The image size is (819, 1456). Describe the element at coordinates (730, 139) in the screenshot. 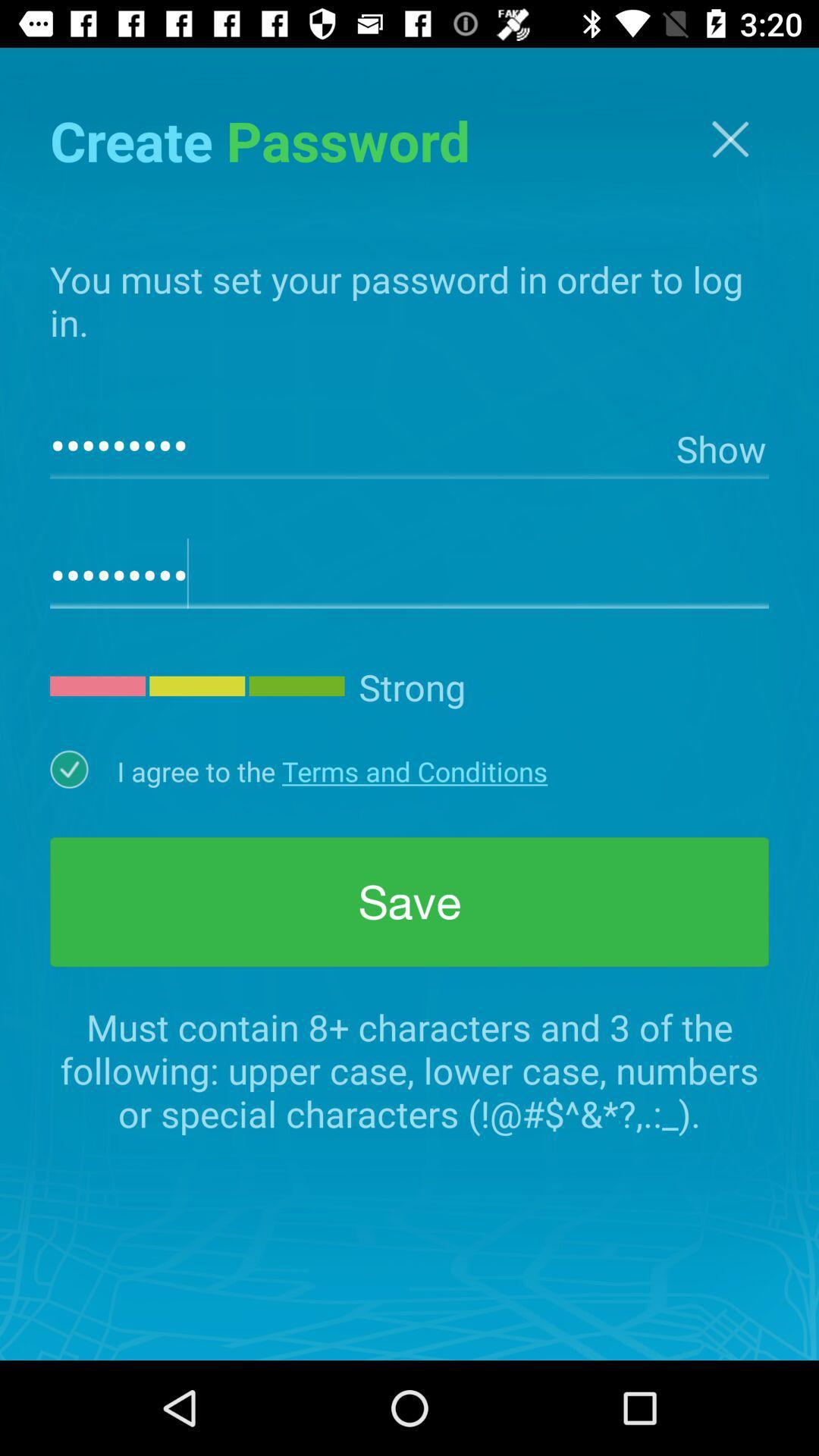

I see `the close icon` at that location.